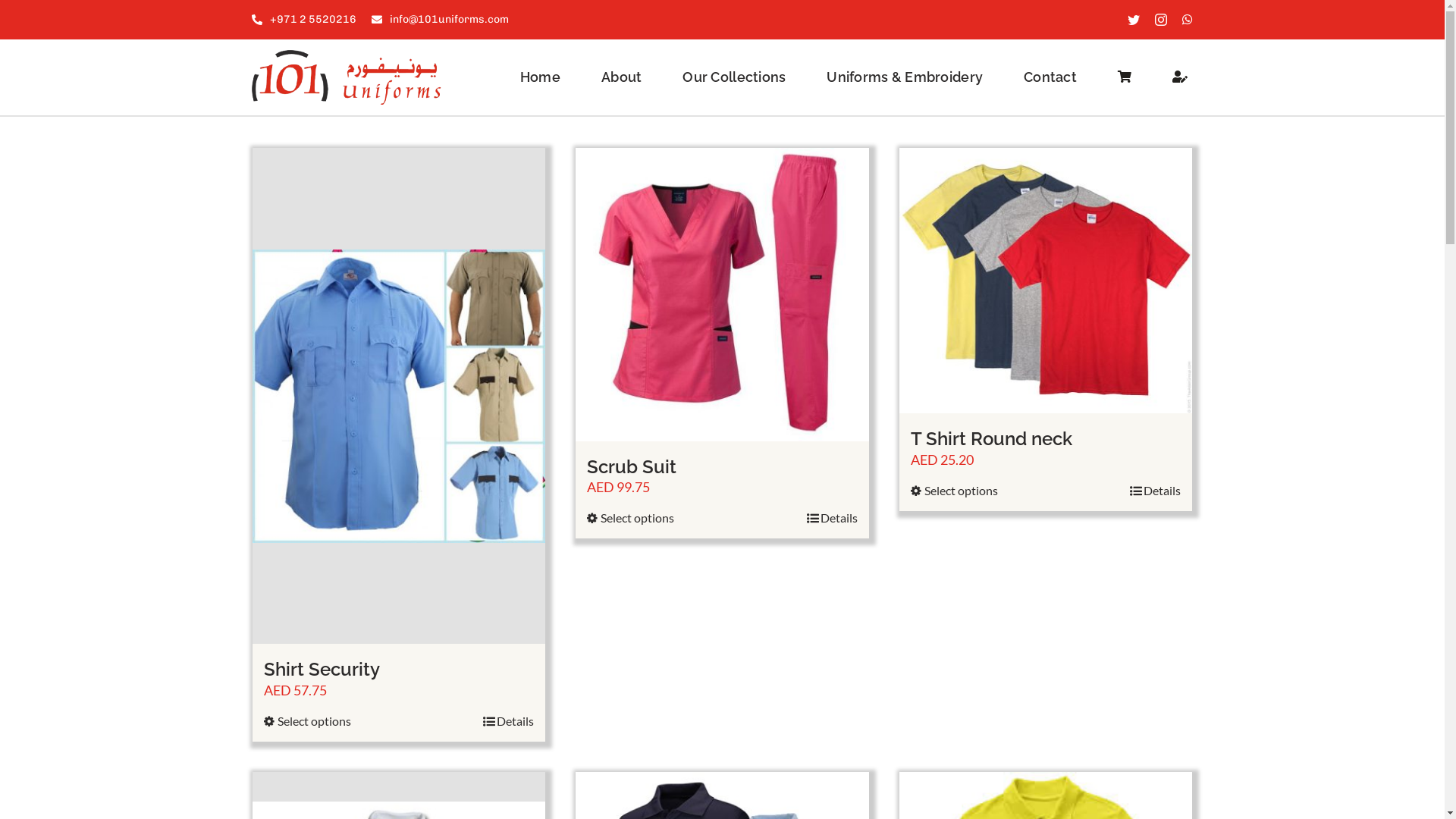  What do you see at coordinates (1160, 20) in the screenshot?
I see `'Instagram'` at bounding box center [1160, 20].